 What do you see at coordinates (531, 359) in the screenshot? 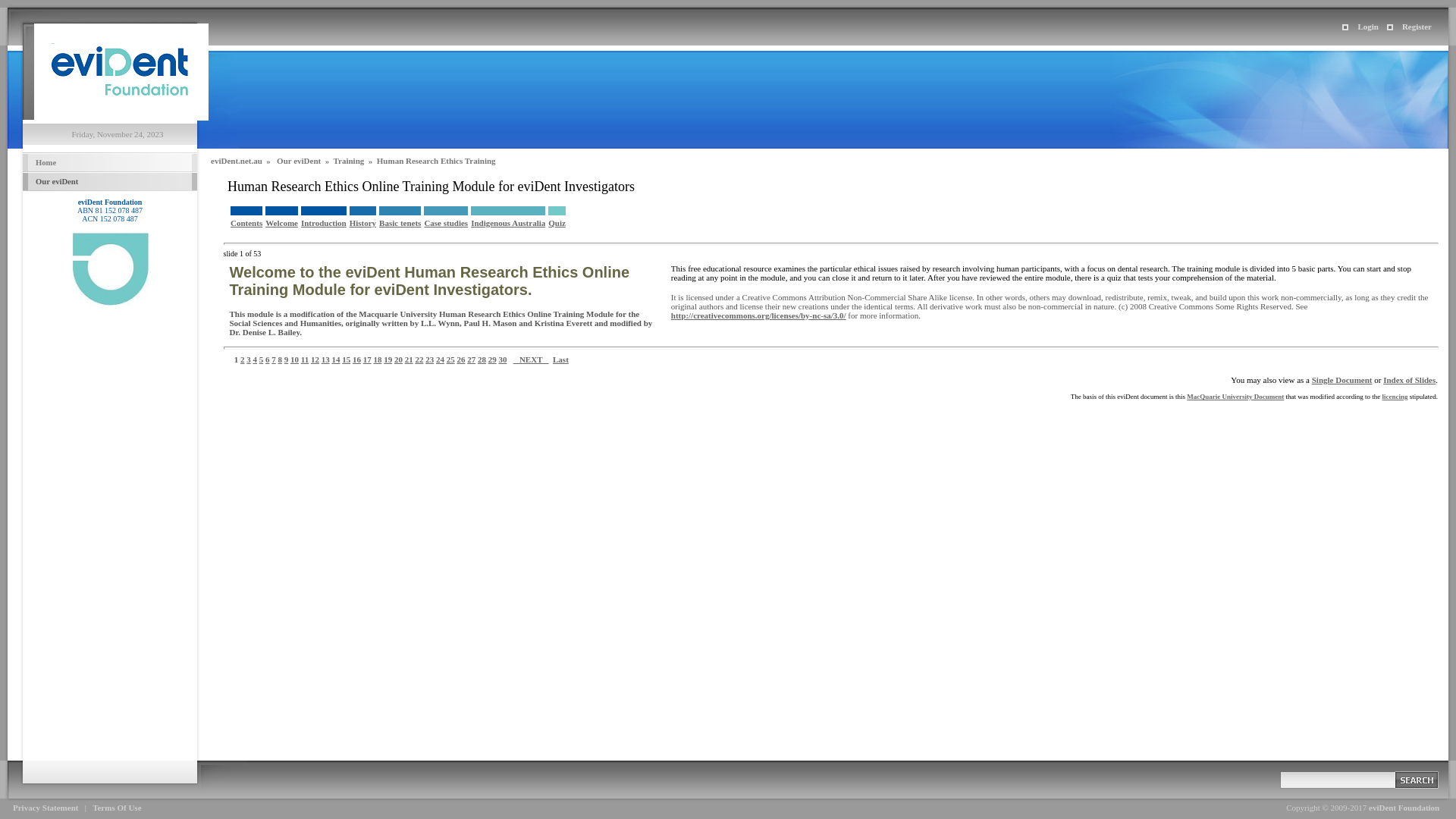
I see `'   NEXT   '` at bounding box center [531, 359].